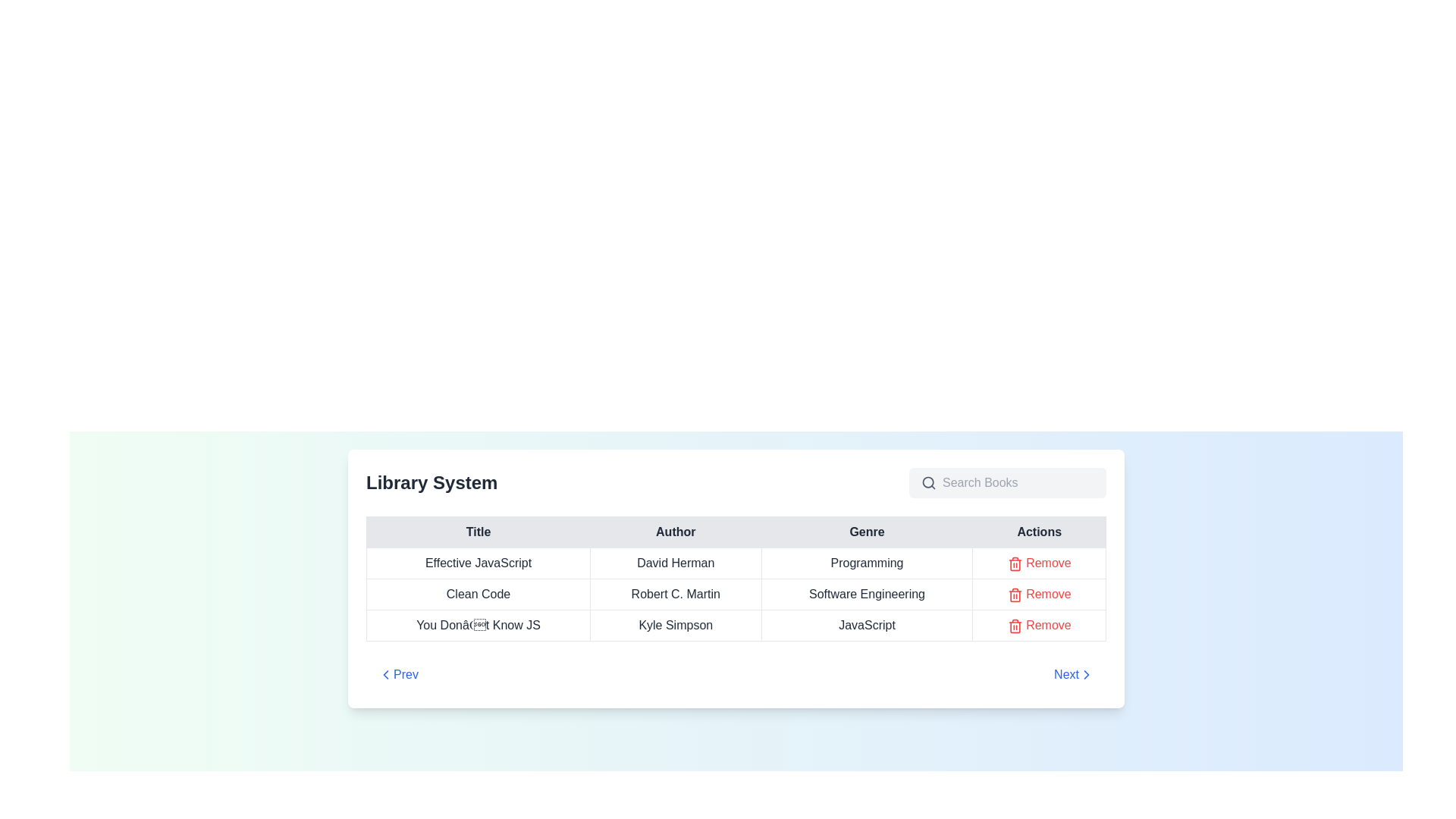 Image resolution: width=1456 pixels, height=819 pixels. I want to click on the 'Remove' button with a red font and trash can icon located in the 'Actions' column of the second row, so click(1038, 593).